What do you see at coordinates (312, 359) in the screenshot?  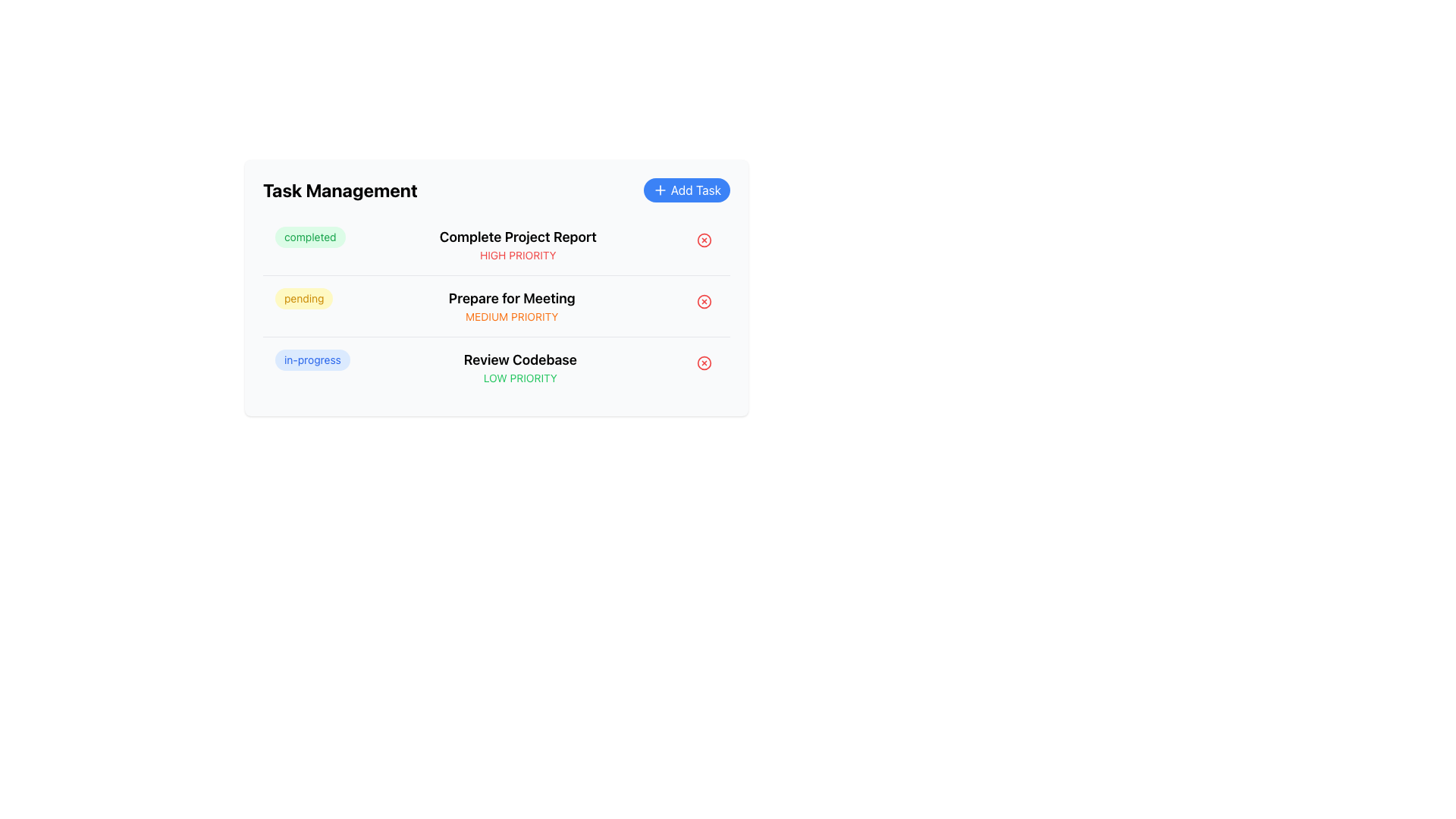 I see `the text label displaying 'in-progress' with a light blue background, positioned to the left of the 'Review Codebase' task title in the 'Task Management' section` at bounding box center [312, 359].